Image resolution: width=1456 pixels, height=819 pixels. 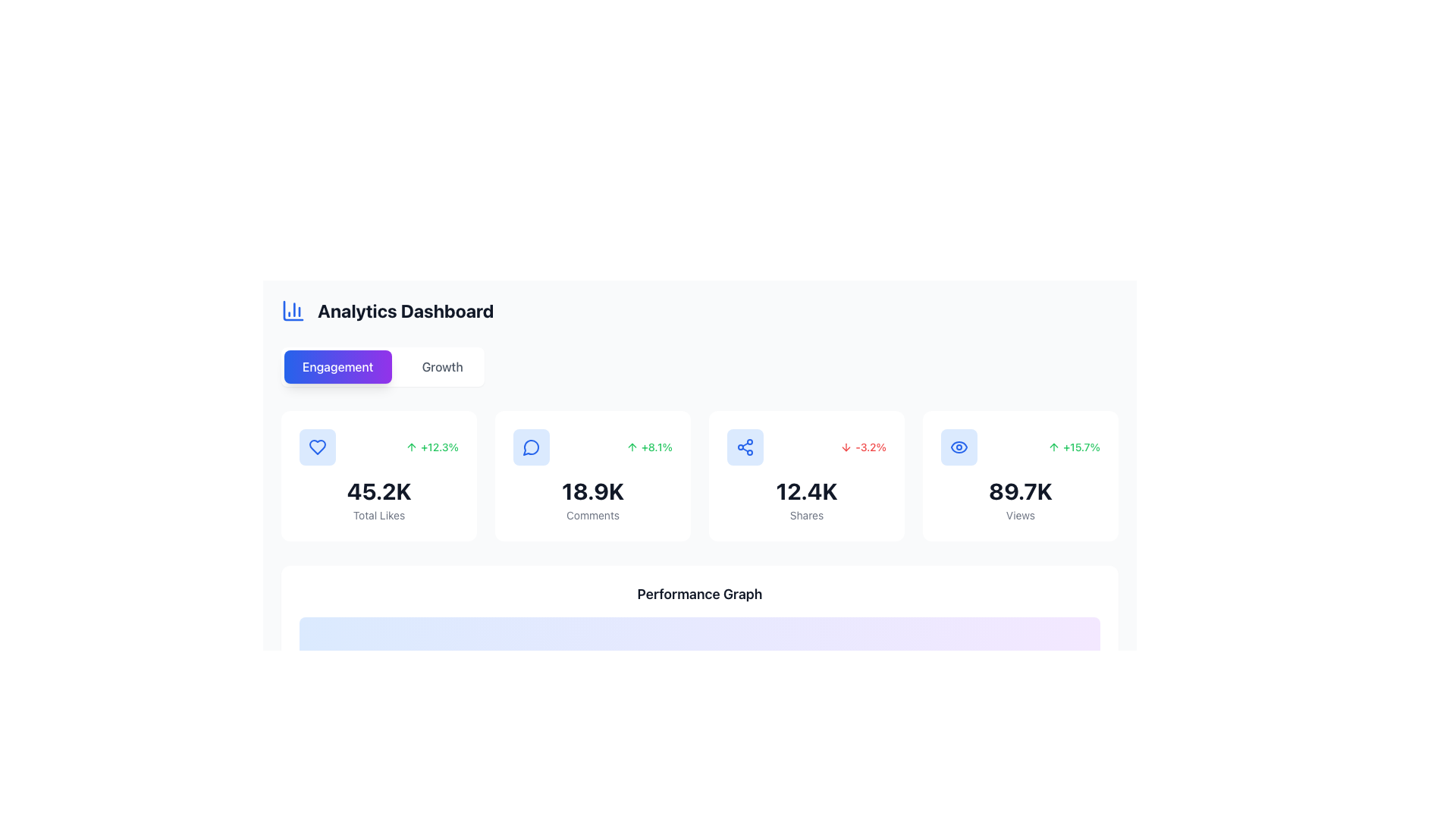 What do you see at coordinates (592, 491) in the screenshot?
I see `the text component displaying '18.9K' in a bold font, located in the second card under 'Analytics Dashboard', above the label 'Comments'` at bounding box center [592, 491].